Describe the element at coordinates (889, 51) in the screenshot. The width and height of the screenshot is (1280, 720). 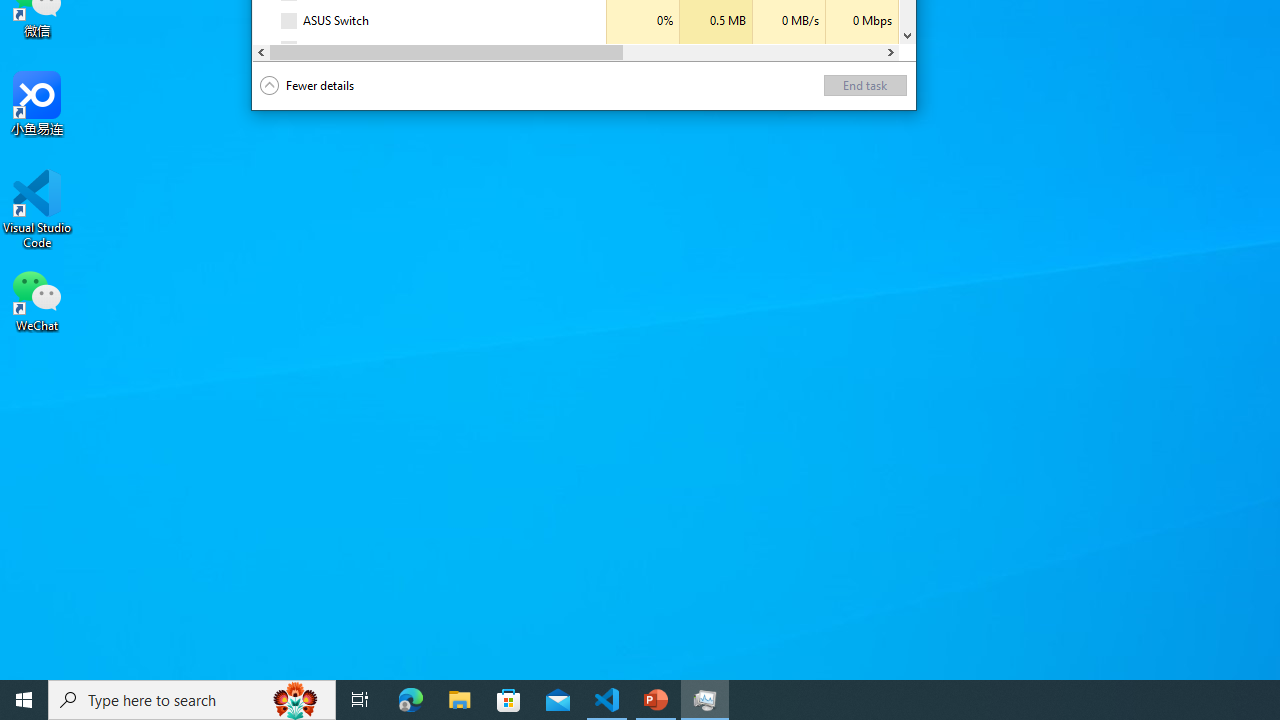
I see `'Column right'` at that location.